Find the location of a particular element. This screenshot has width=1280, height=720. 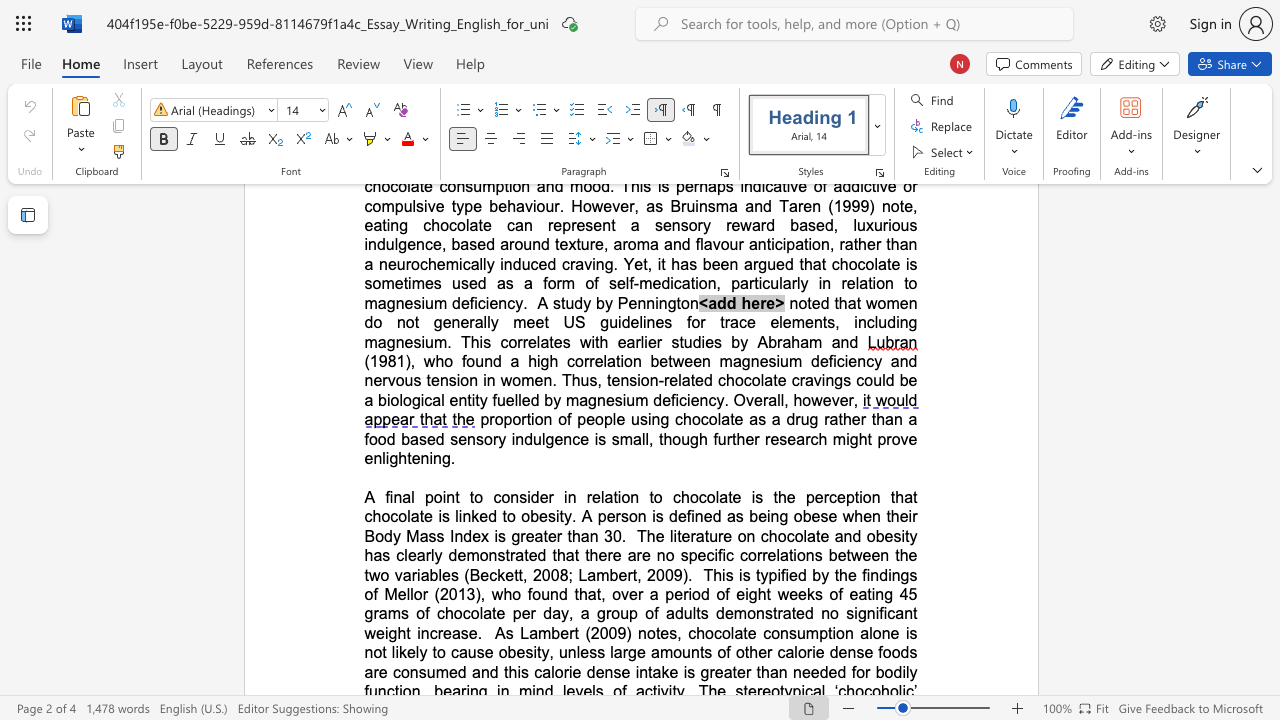

the subset text "rg" within the text "large amounts" is located at coordinates (621, 652).